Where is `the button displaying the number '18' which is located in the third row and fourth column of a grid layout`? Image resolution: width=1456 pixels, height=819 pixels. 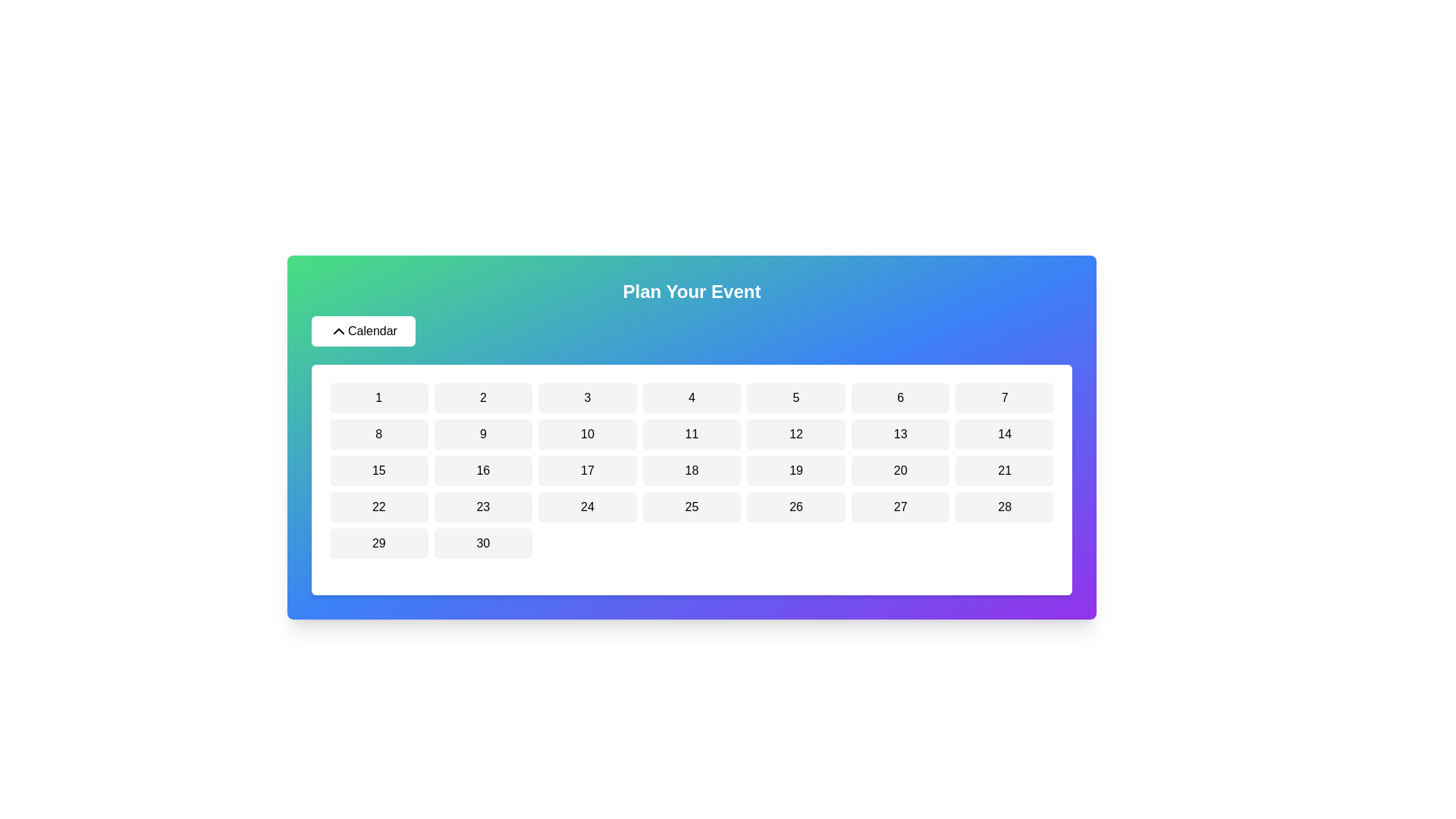
the button displaying the number '18' which is located in the third row and fourth column of a grid layout is located at coordinates (691, 470).